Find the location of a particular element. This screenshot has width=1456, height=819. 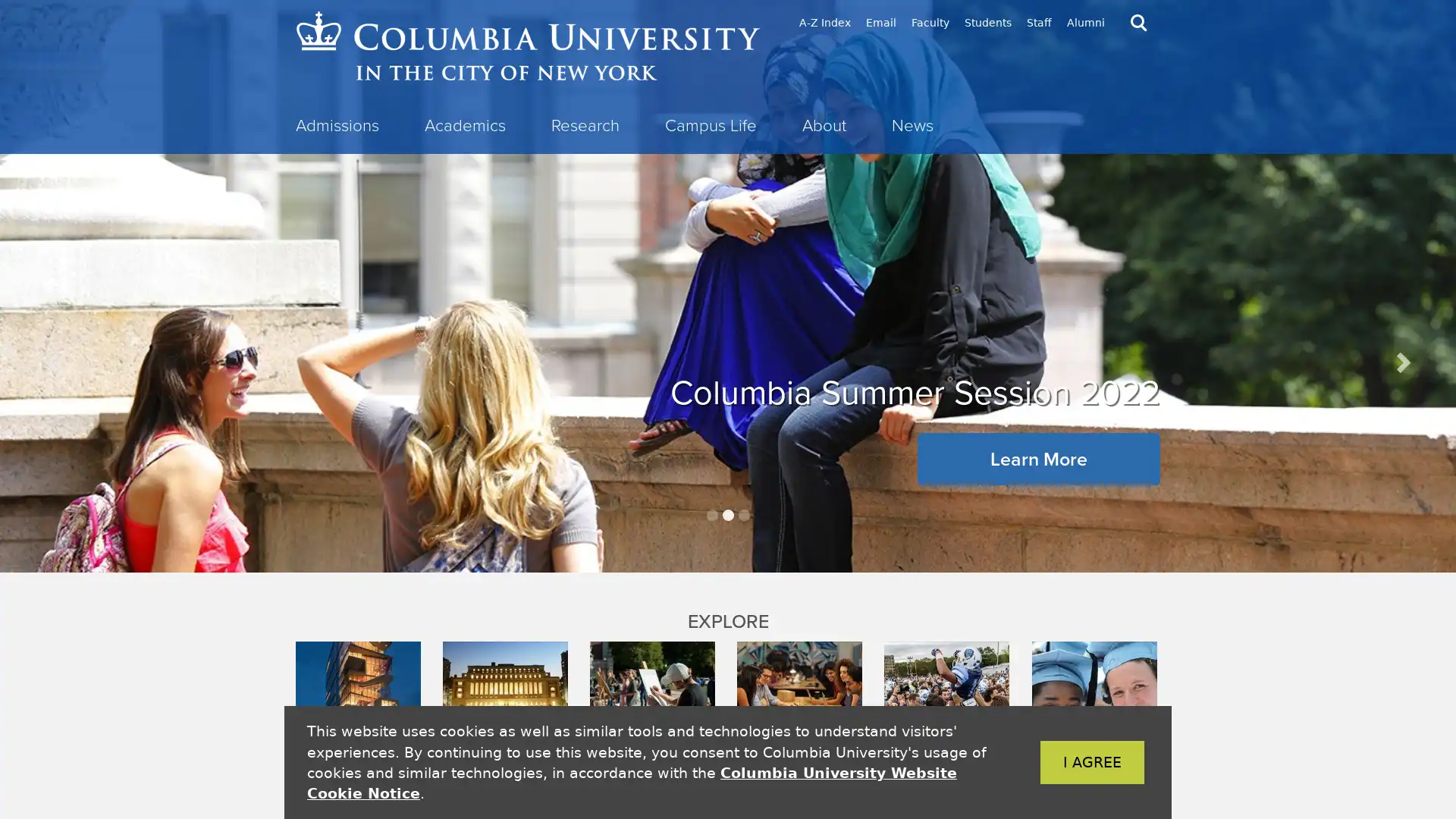

Previous is located at coordinates (54, 362).